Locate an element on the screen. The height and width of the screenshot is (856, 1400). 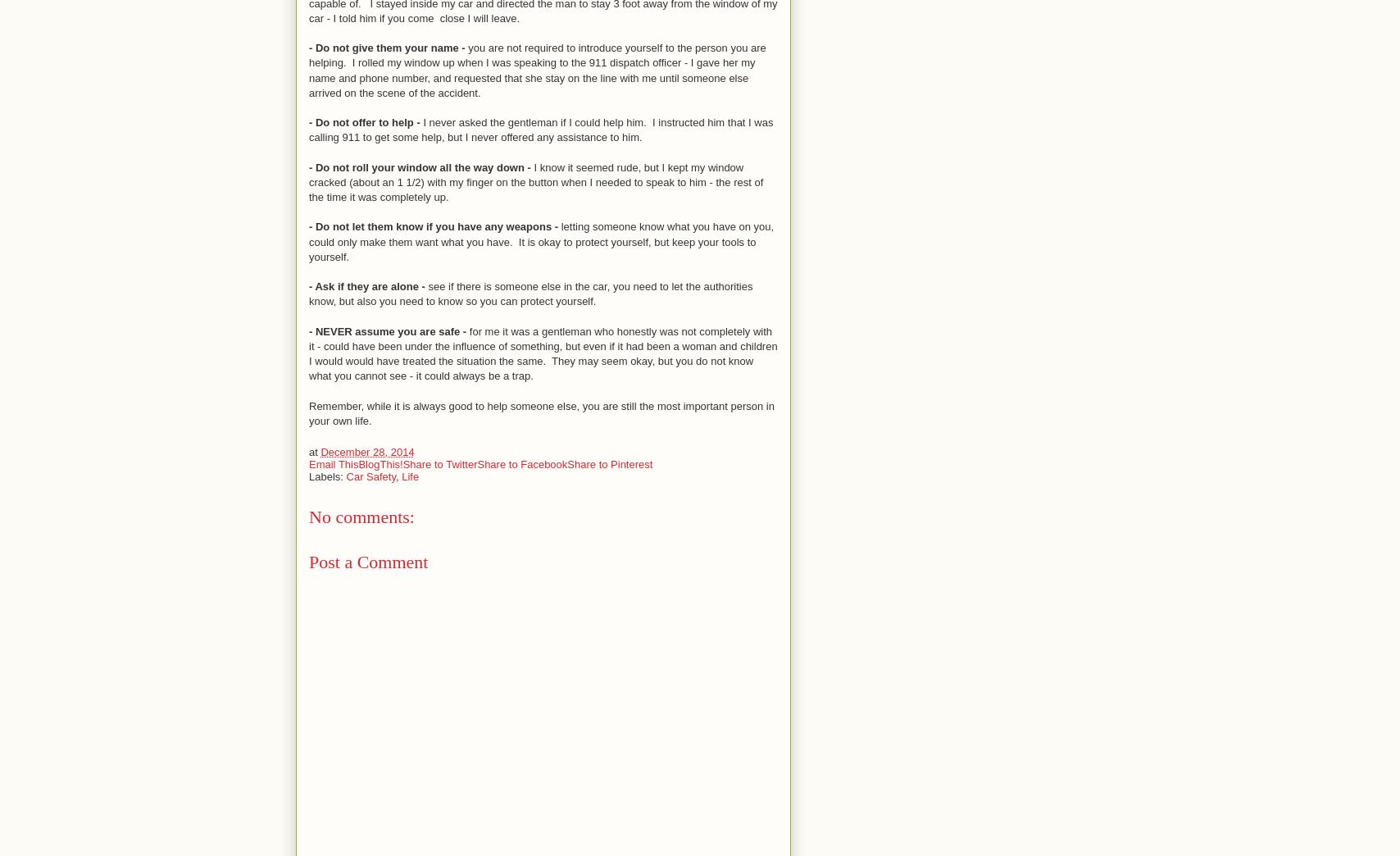
'Labels:' is located at coordinates (327, 475).